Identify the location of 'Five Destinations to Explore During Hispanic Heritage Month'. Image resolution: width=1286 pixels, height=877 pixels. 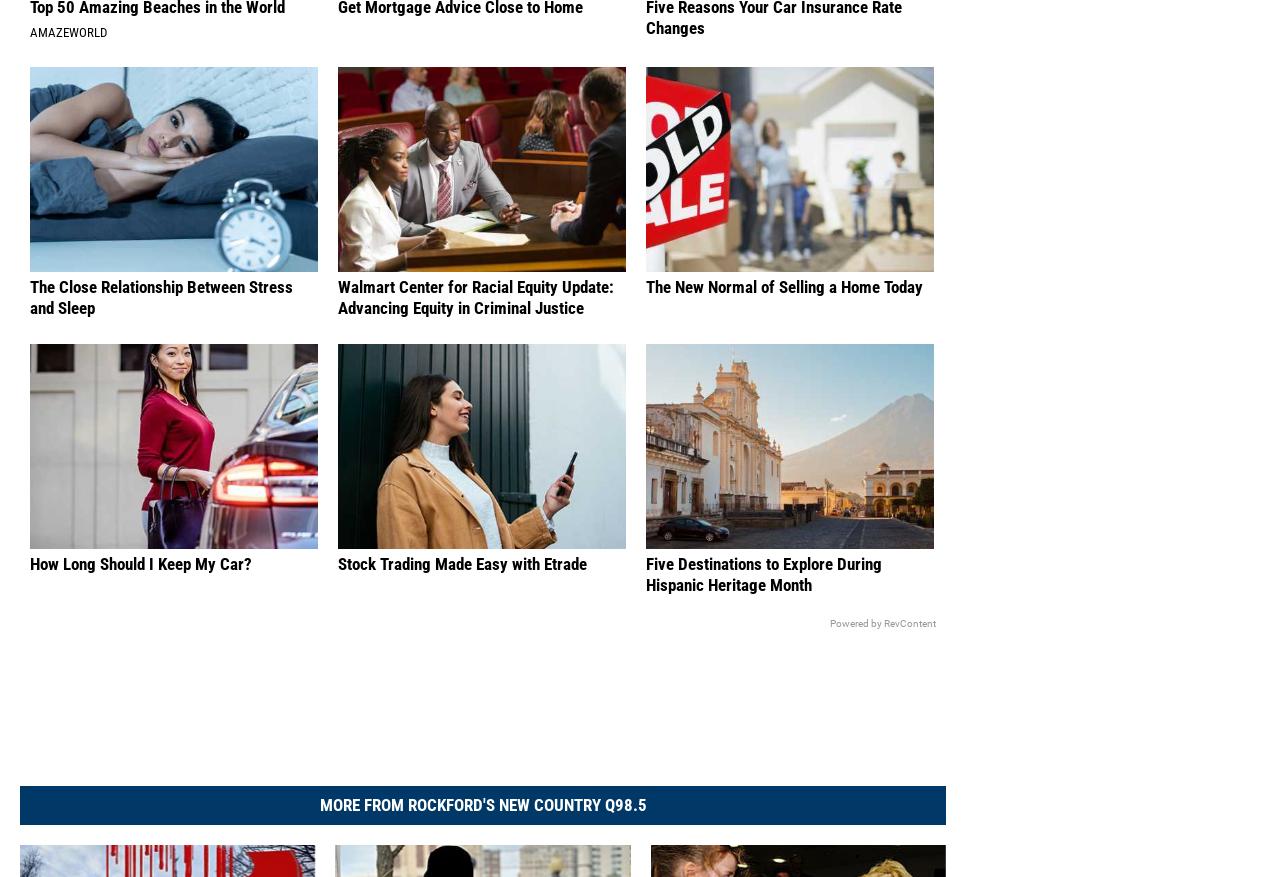
(764, 595).